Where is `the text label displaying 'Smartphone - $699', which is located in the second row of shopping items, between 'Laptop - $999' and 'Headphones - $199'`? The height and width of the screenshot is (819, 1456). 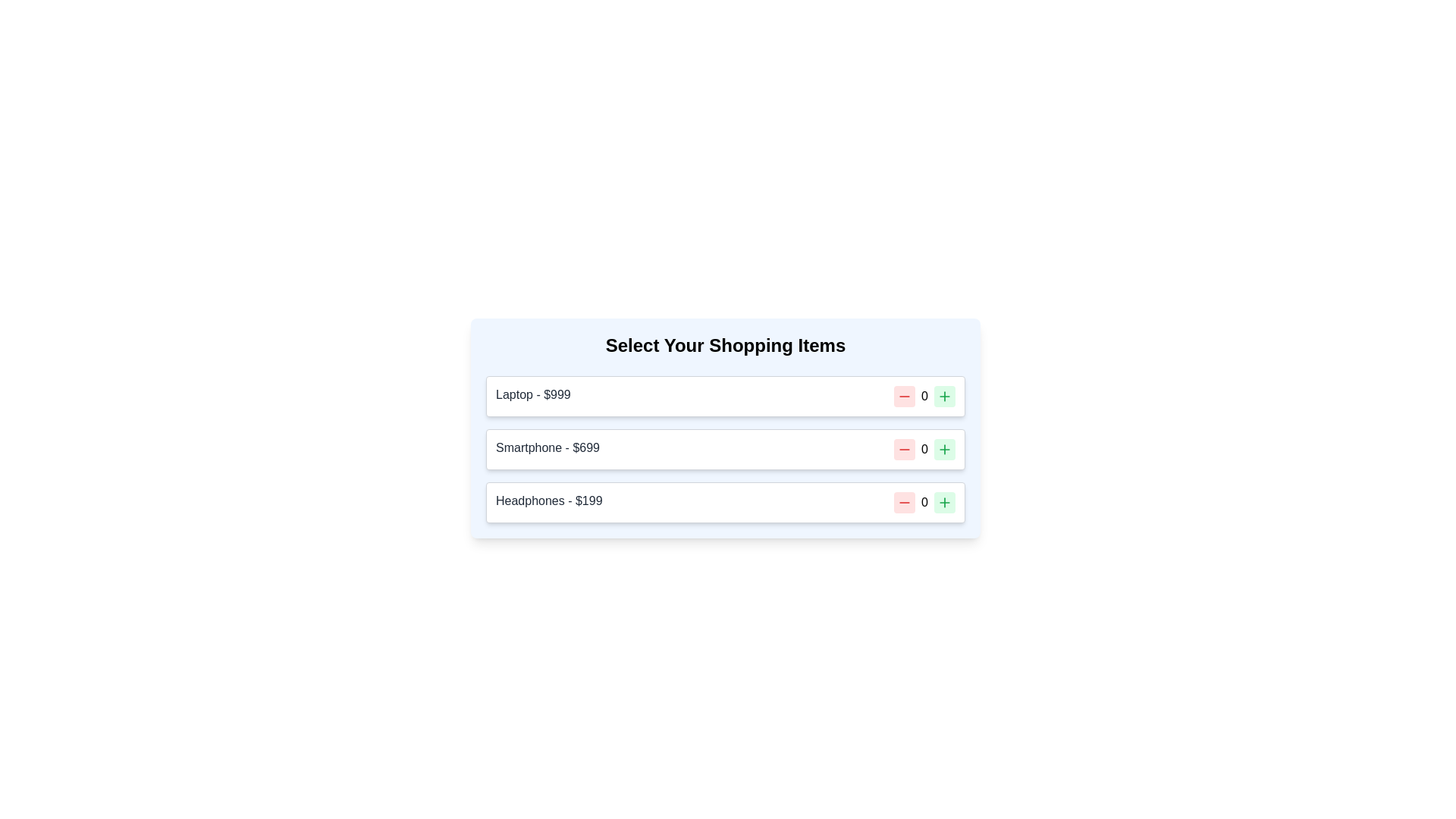 the text label displaying 'Smartphone - $699', which is located in the second row of shopping items, between 'Laptop - $999' and 'Headphones - $199' is located at coordinates (547, 449).